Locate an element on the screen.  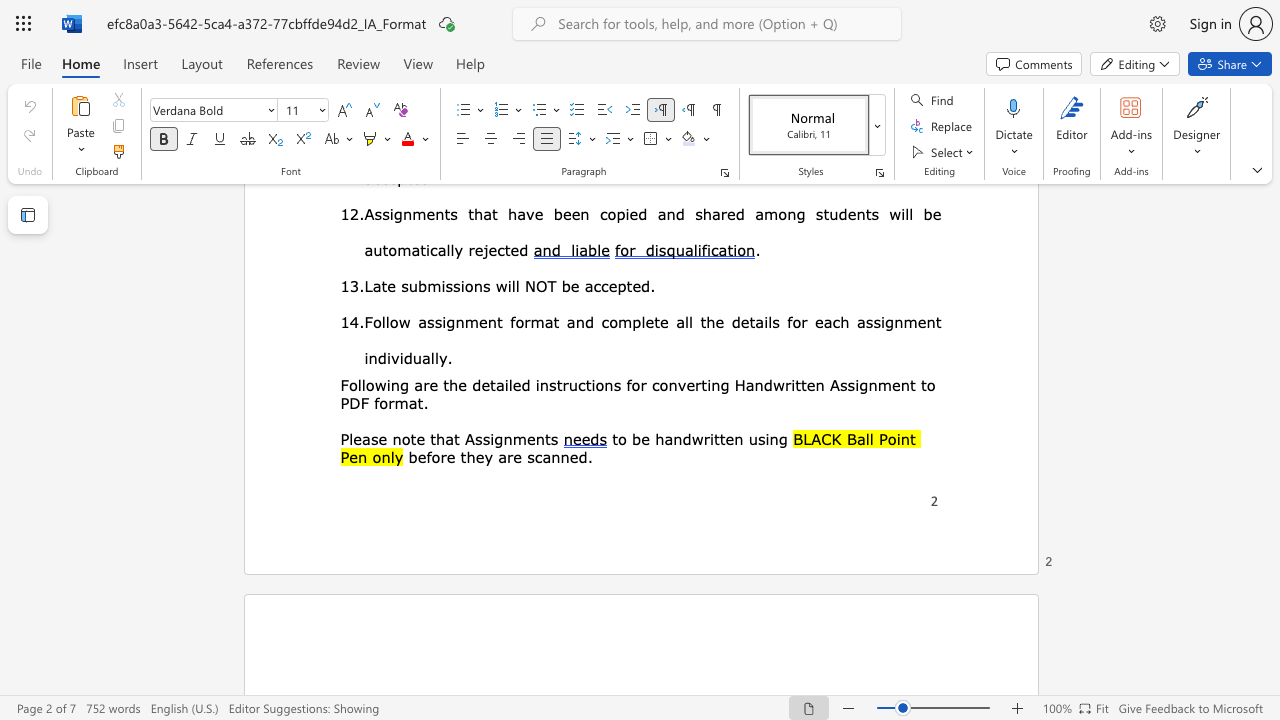
the subset text "int Pen o" within the text "BLACK Ball Point Pen only" is located at coordinates (895, 437).